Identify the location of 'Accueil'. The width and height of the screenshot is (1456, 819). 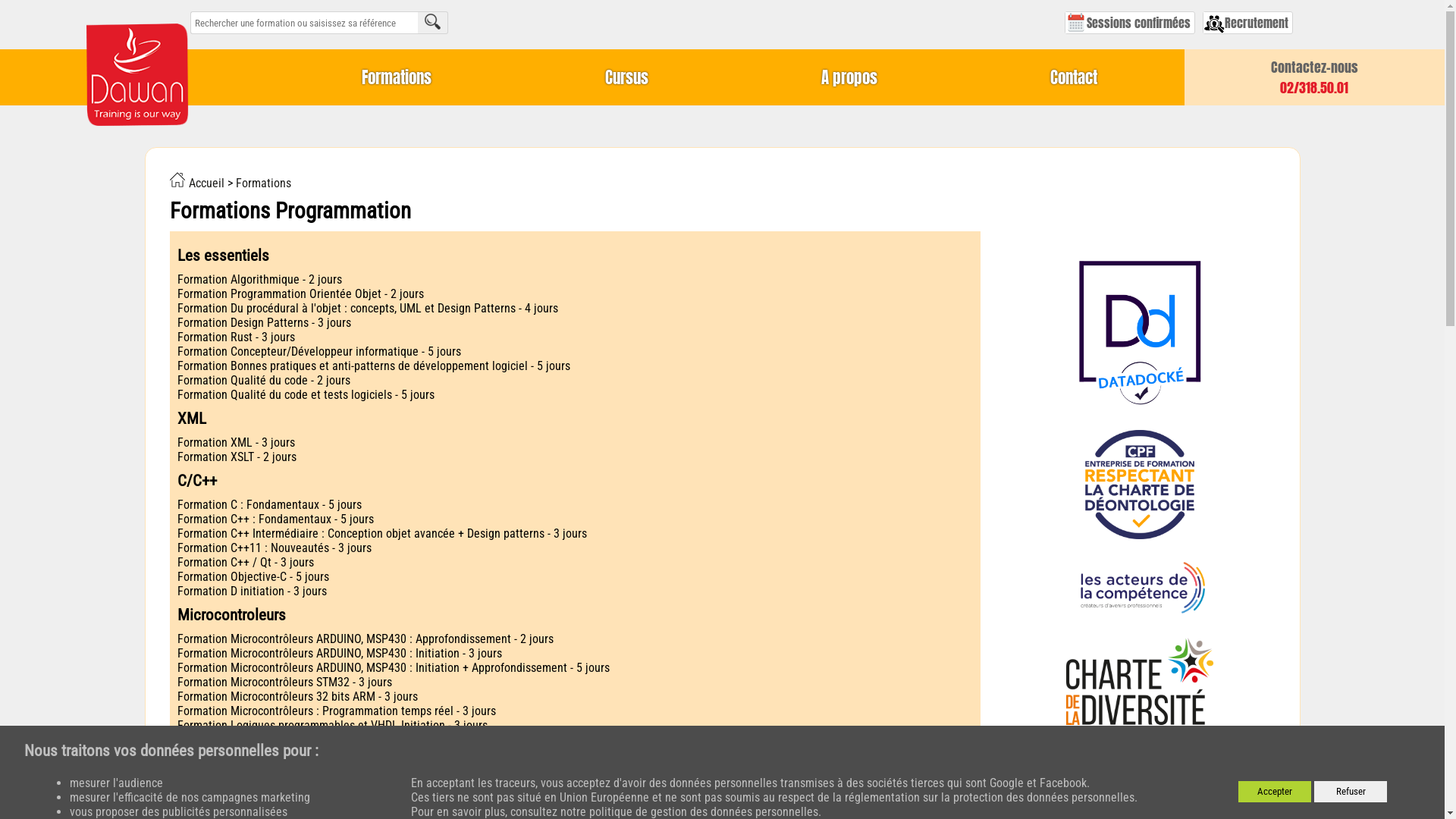
(196, 182).